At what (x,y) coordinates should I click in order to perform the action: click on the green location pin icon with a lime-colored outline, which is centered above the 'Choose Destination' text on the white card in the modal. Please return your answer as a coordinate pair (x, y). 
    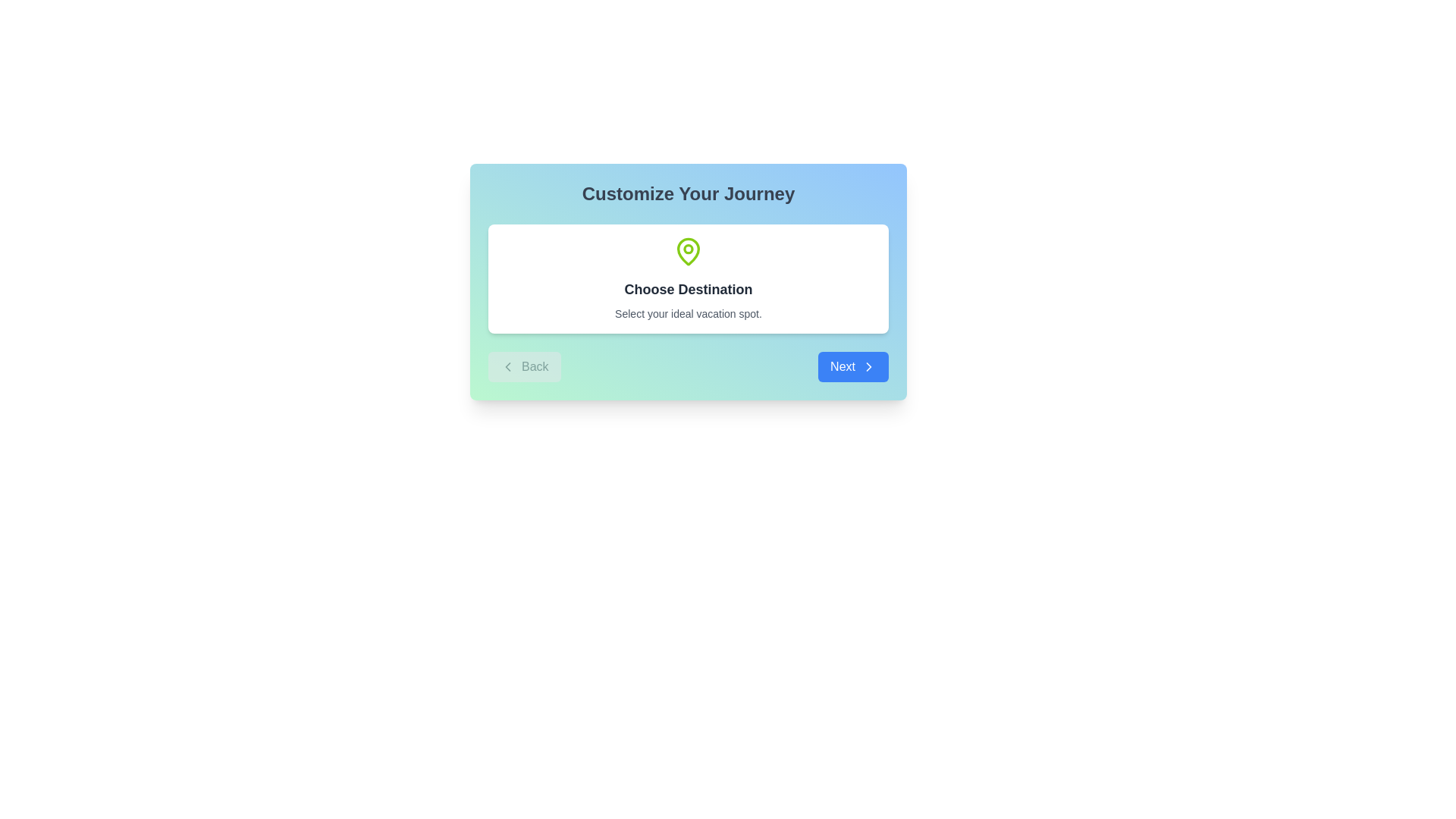
    Looking at the image, I should click on (687, 250).